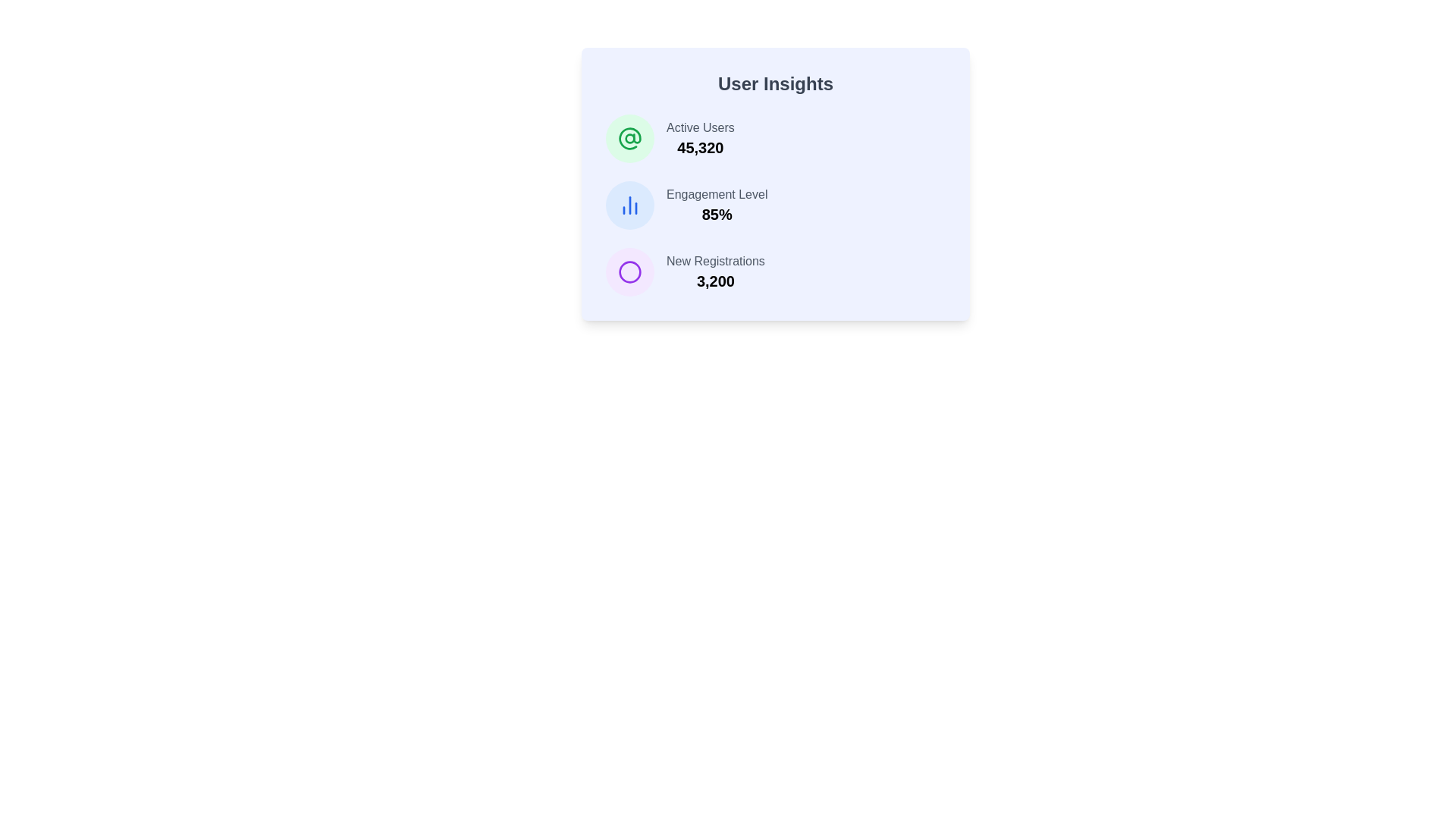 The image size is (1456, 819). Describe the element at coordinates (699, 138) in the screenshot. I see `the text display that shows the count of active users, located at the top-left corner of the card labeled 'User Insights'` at that location.